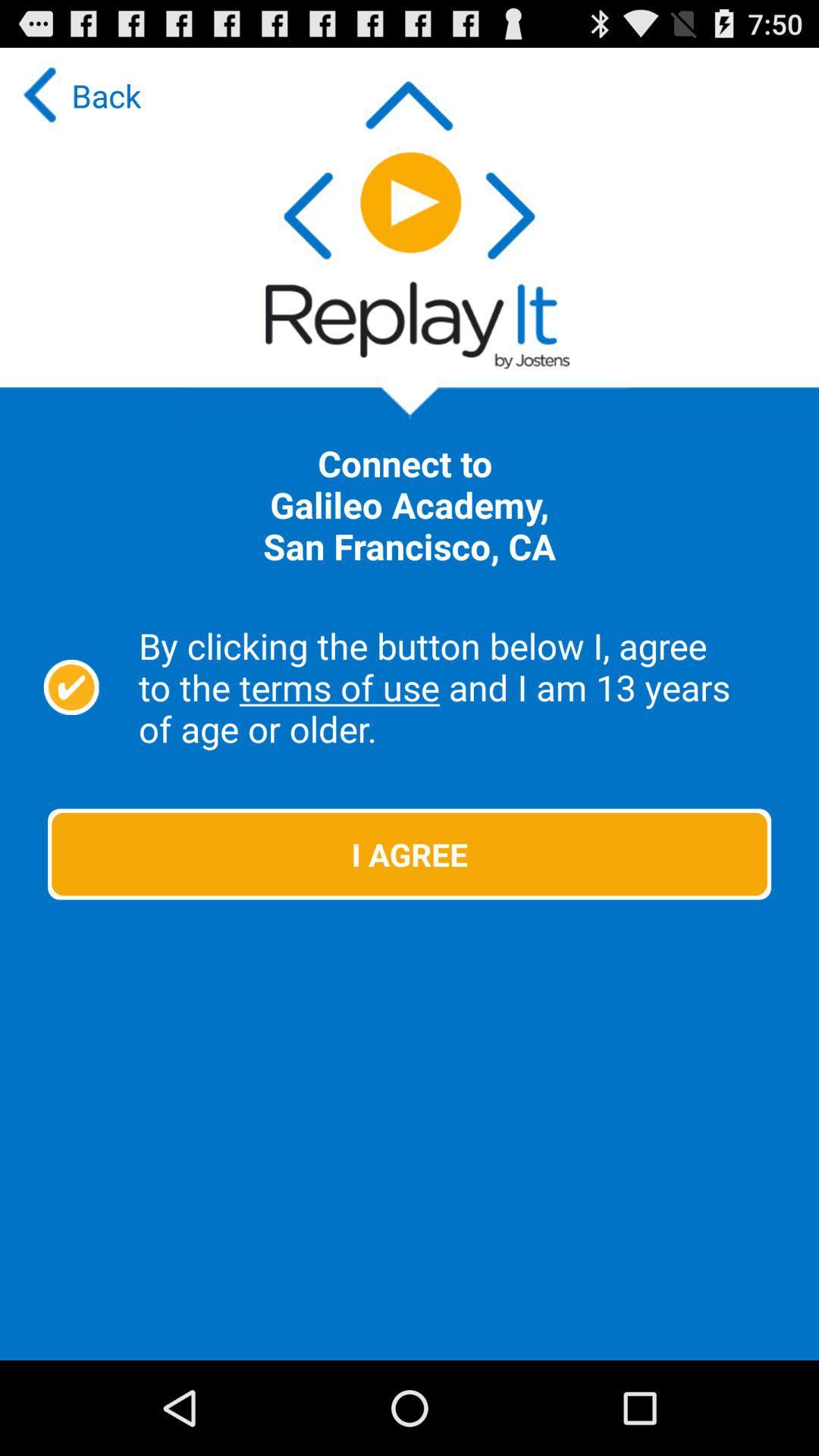 The width and height of the screenshot is (819, 1456). What do you see at coordinates (71, 686) in the screenshot?
I see `by clicking the button below` at bounding box center [71, 686].